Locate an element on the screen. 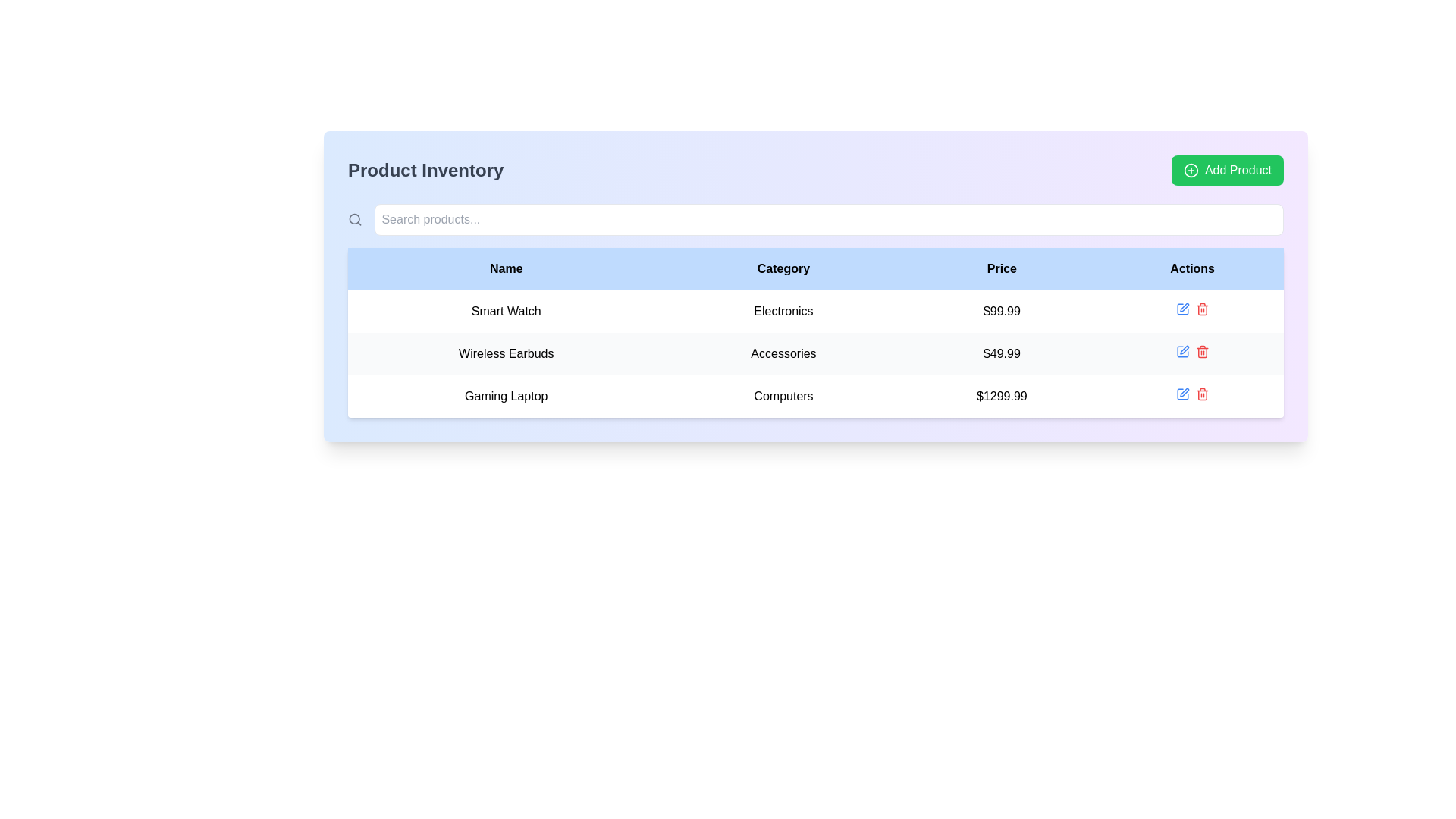 This screenshot has width=1456, height=819. text label titled 'Gaming Laptop' located in the 'Name' column of the third row in the product information table is located at coordinates (506, 396).